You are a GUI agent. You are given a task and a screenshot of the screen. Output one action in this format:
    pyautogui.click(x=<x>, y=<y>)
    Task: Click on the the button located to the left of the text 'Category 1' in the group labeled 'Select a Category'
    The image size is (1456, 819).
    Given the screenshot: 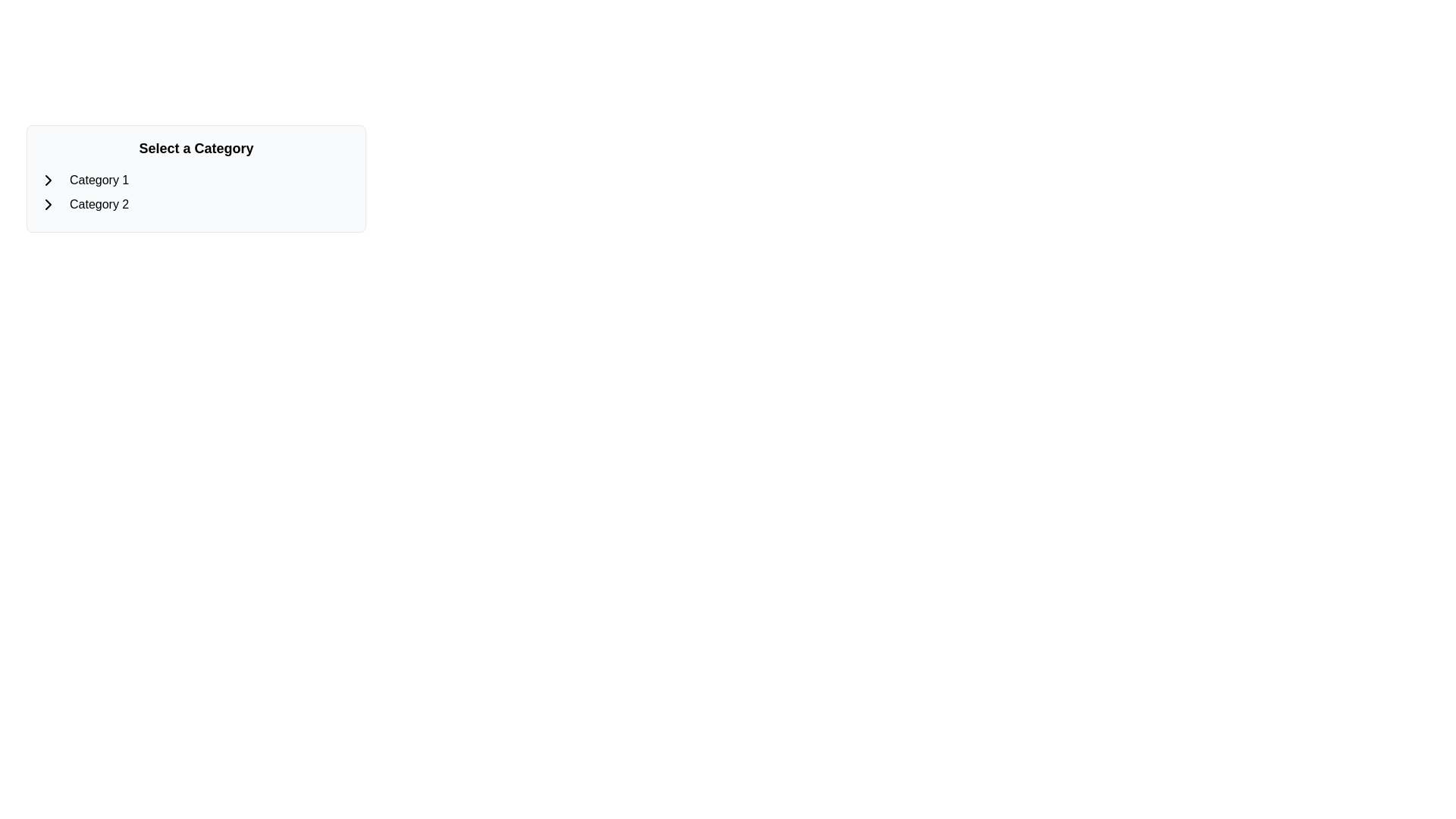 What is the action you would take?
    pyautogui.click(x=48, y=180)
    